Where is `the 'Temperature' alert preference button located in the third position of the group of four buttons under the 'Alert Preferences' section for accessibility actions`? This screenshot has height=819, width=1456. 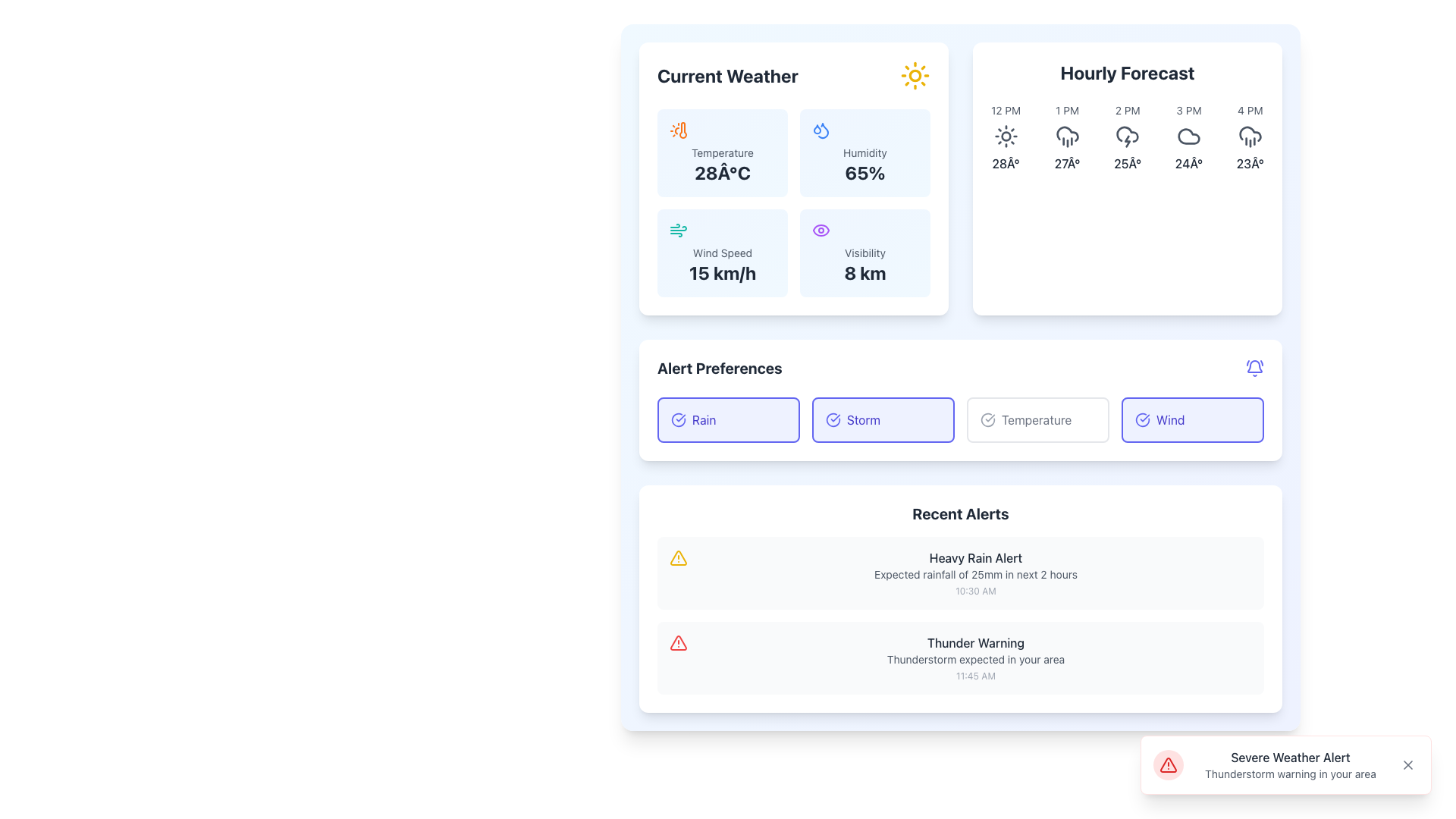
the 'Temperature' alert preference button located in the third position of the group of four buttons under the 'Alert Preferences' section for accessibility actions is located at coordinates (1037, 420).